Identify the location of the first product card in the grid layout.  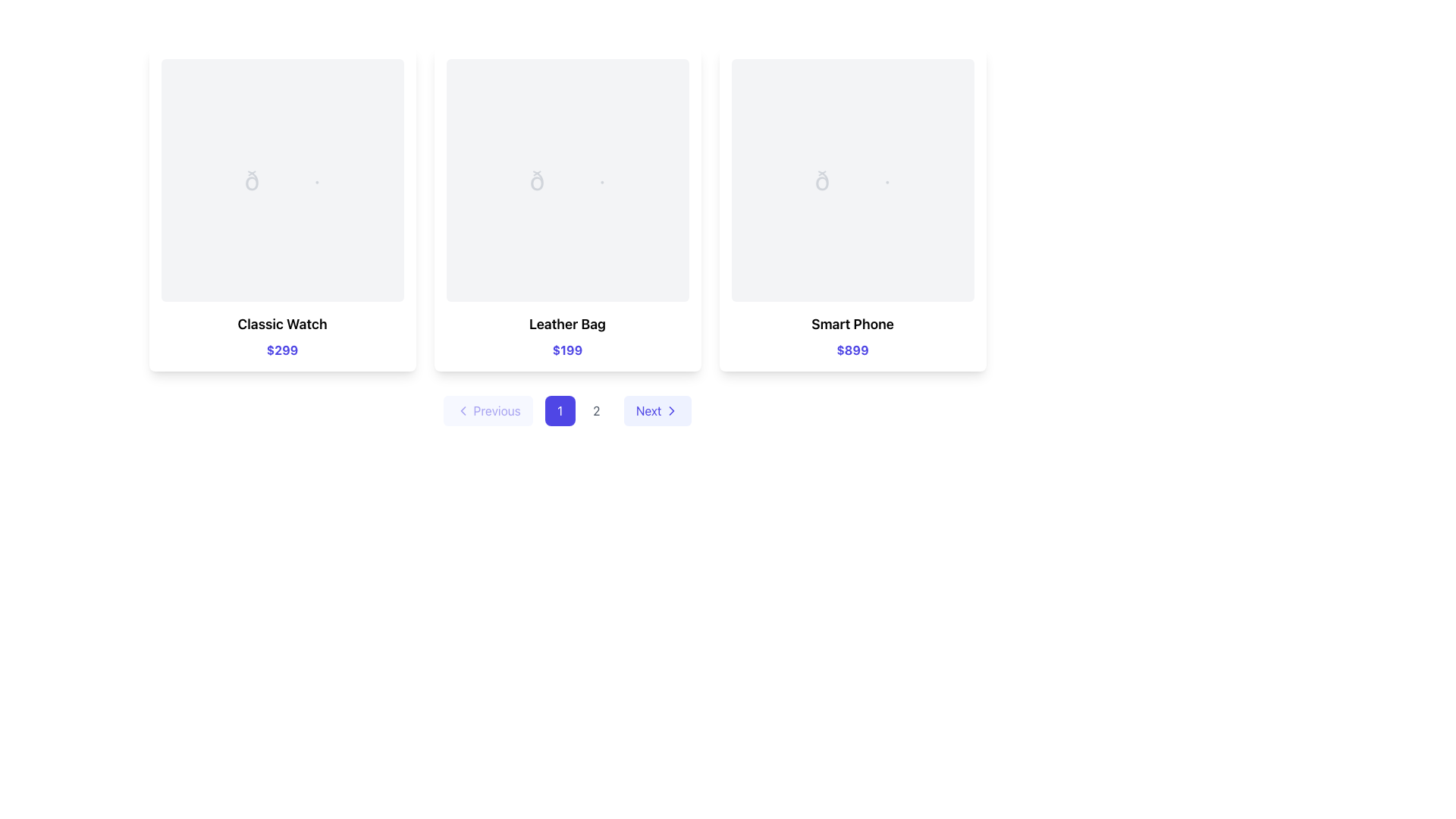
(282, 209).